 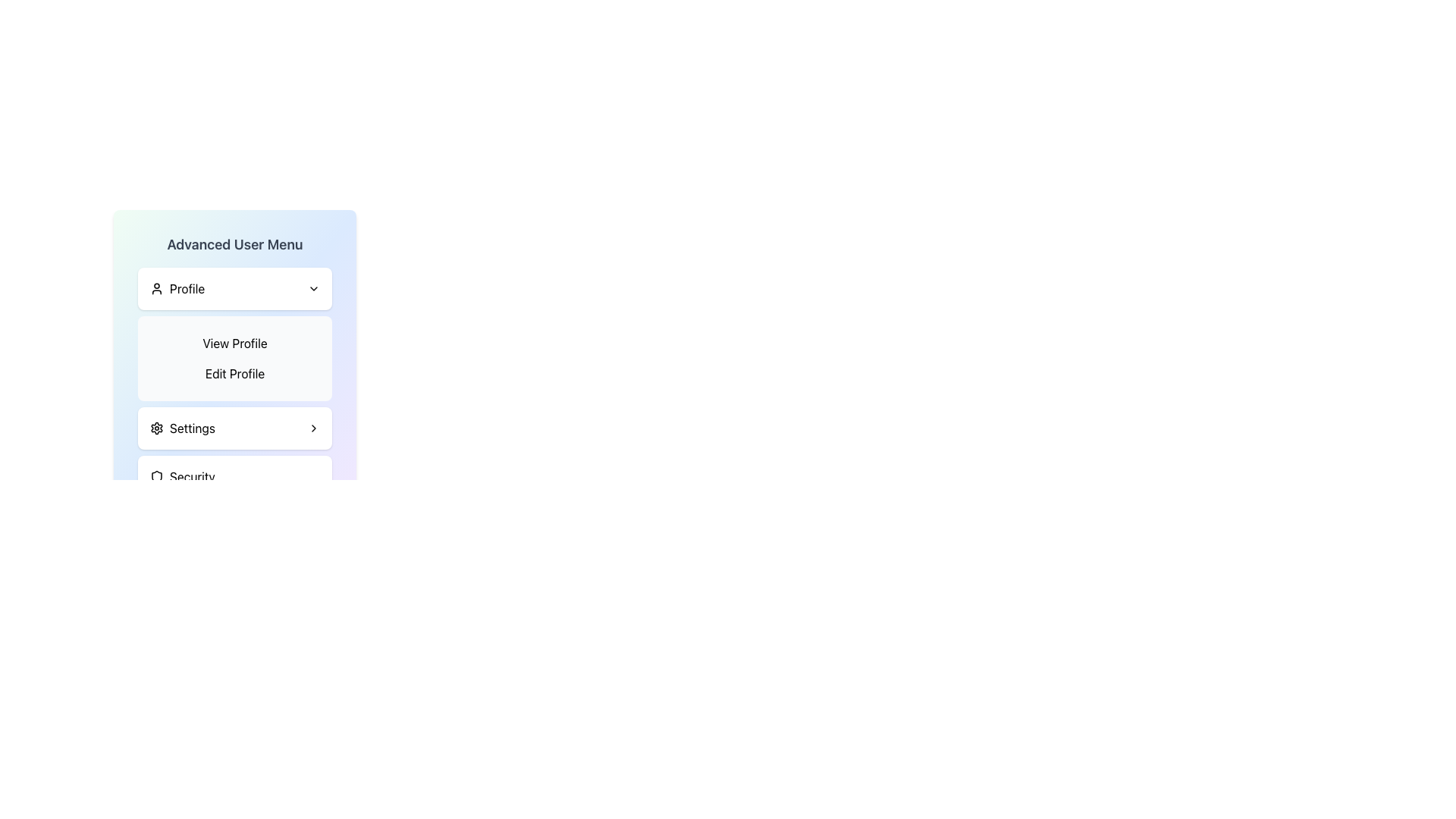 What do you see at coordinates (234, 333) in the screenshot?
I see `the 'View Profile' option in the dropdown menu located beneath the 'Profile' header` at bounding box center [234, 333].